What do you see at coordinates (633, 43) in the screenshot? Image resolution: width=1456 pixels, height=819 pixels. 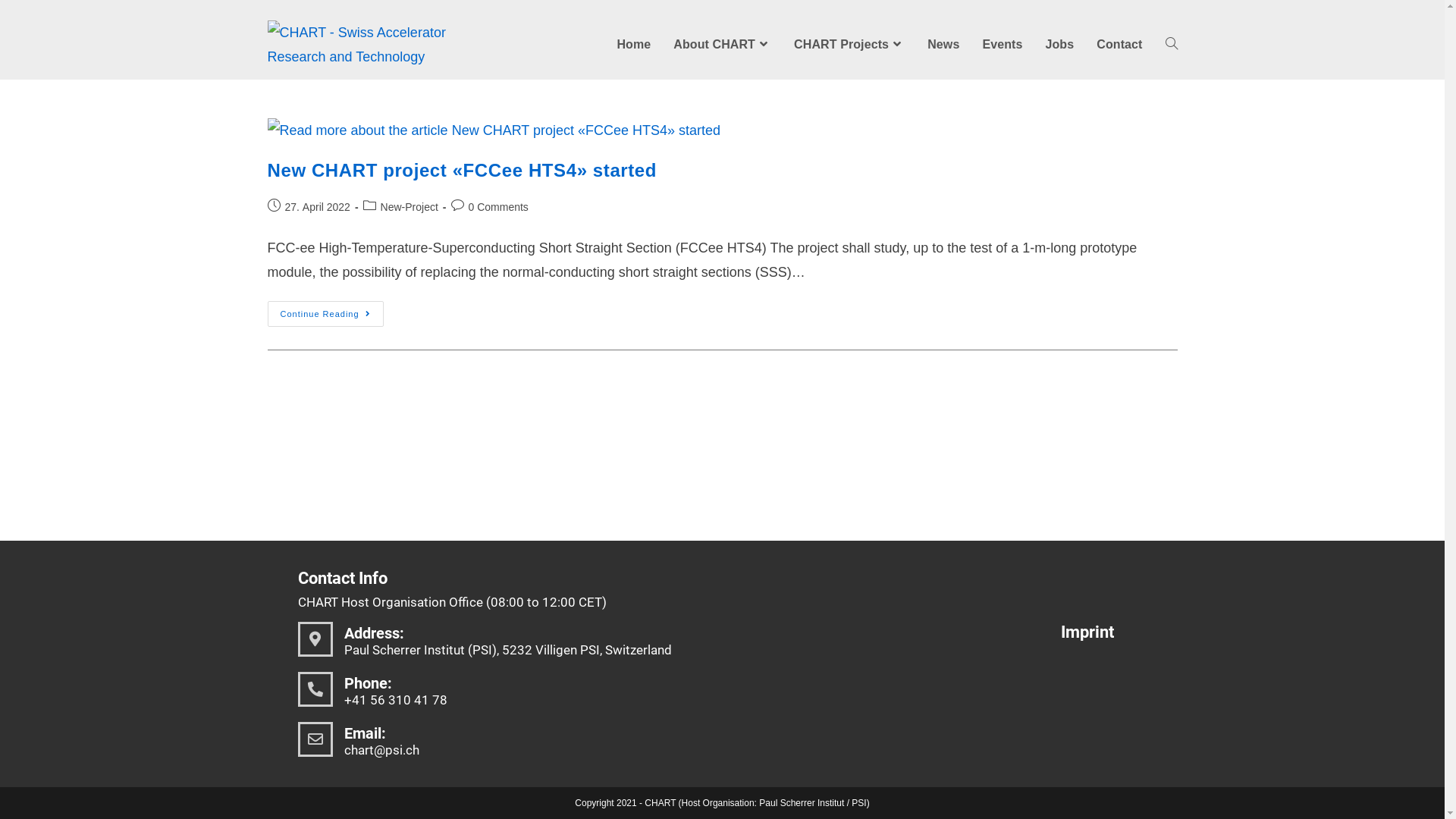 I see `'Home'` at bounding box center [633, 43].